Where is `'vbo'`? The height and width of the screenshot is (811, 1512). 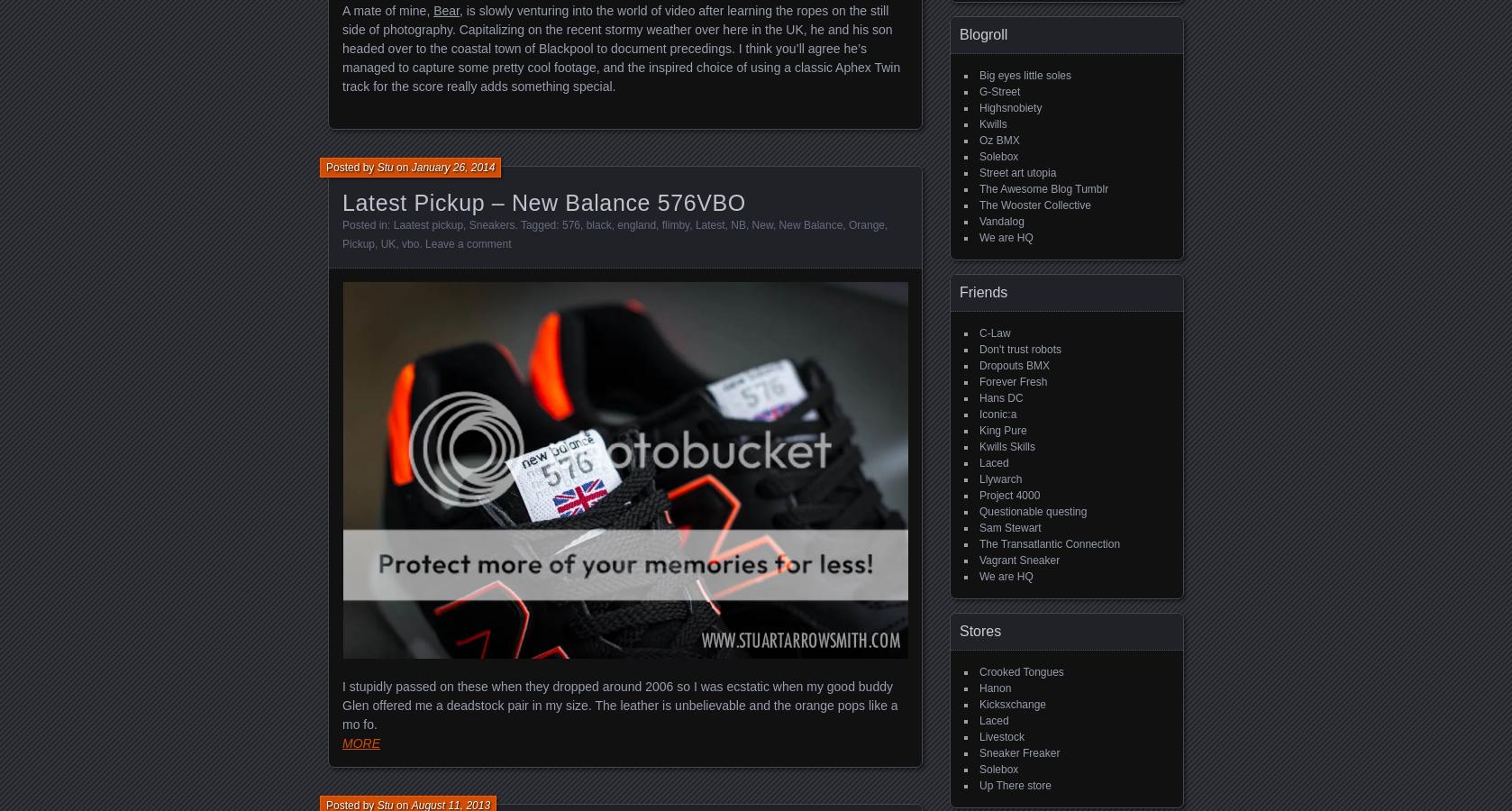 'vbo' is located at coordinates (401, 242).